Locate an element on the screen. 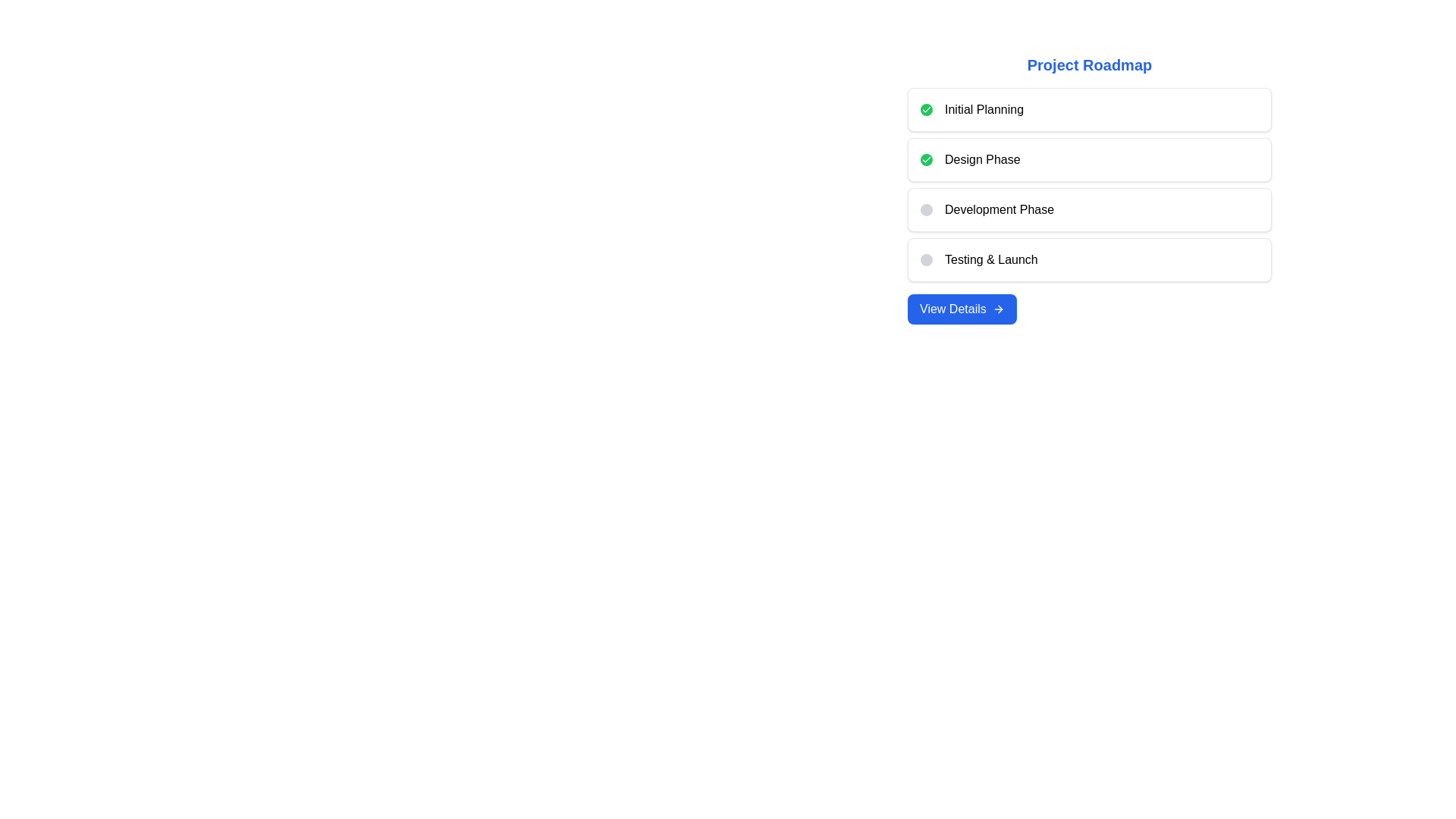  the small right arrow icon, which is part of an SVG graphic located near the 'View Details' button in the lower portion of the page is located at coordinates (1000, 309).